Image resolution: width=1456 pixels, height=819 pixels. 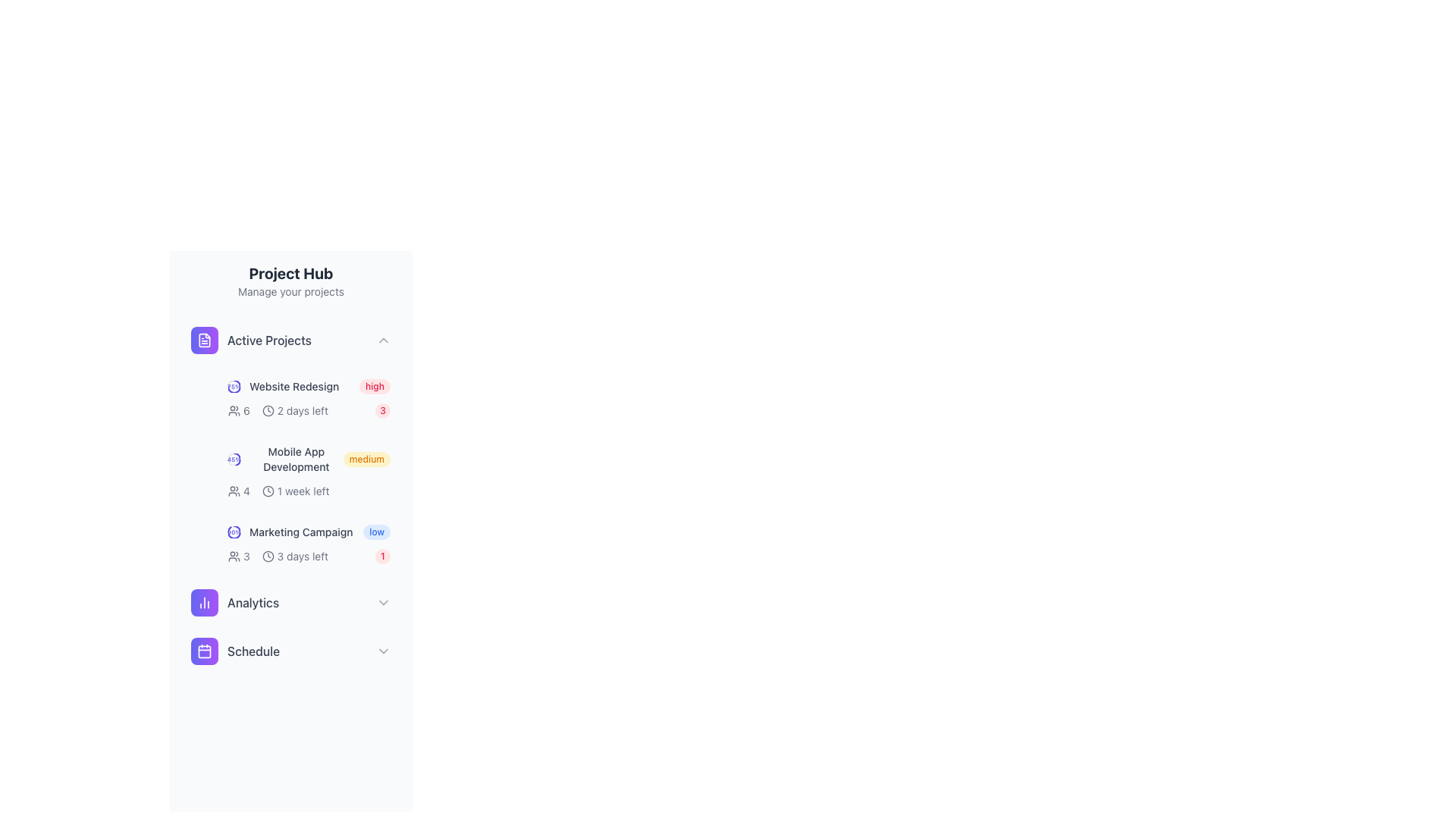 What do you see at coordinates (309, 491) in the screenshot?
I see `text from the informational label indicating the remaining time for the 'Mobile App Development' project, which is located below the clock-shaped icon and to the right of the '4' text` at bounding box center [309, 491].